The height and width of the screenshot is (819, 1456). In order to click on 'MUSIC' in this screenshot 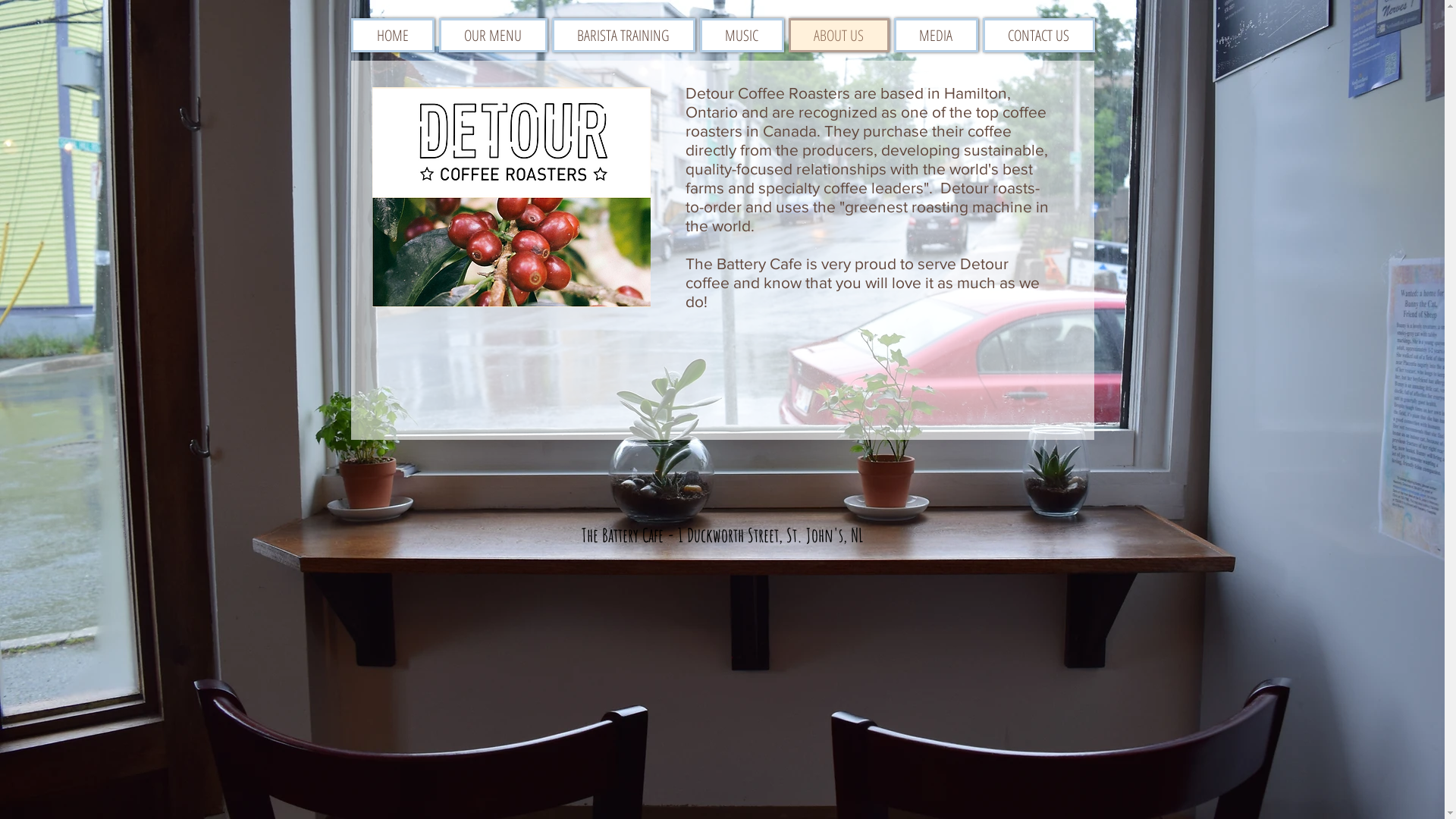, I will do `click(741, 34)`.